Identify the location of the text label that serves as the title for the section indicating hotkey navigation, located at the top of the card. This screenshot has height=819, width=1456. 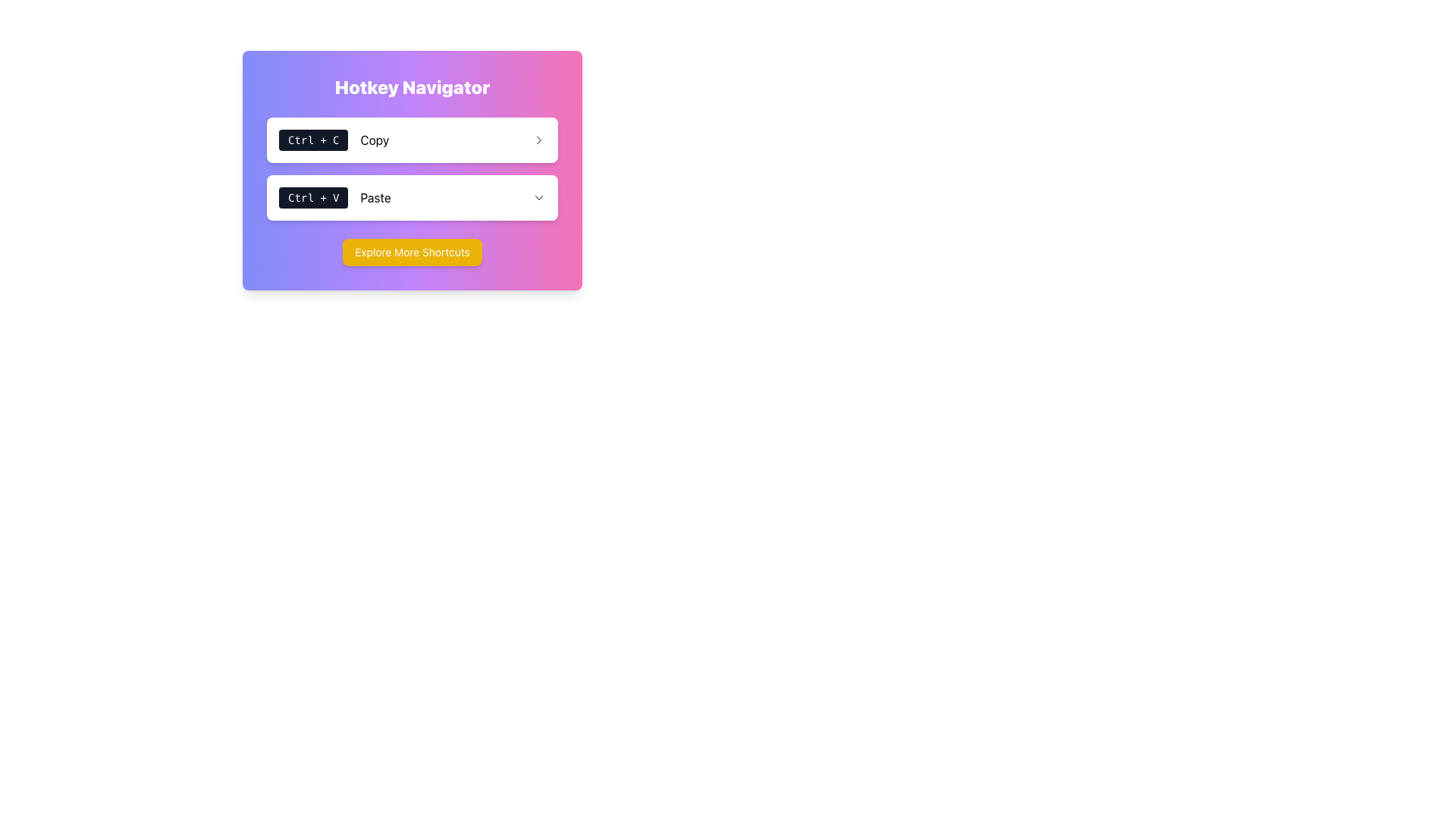
(412, 87).